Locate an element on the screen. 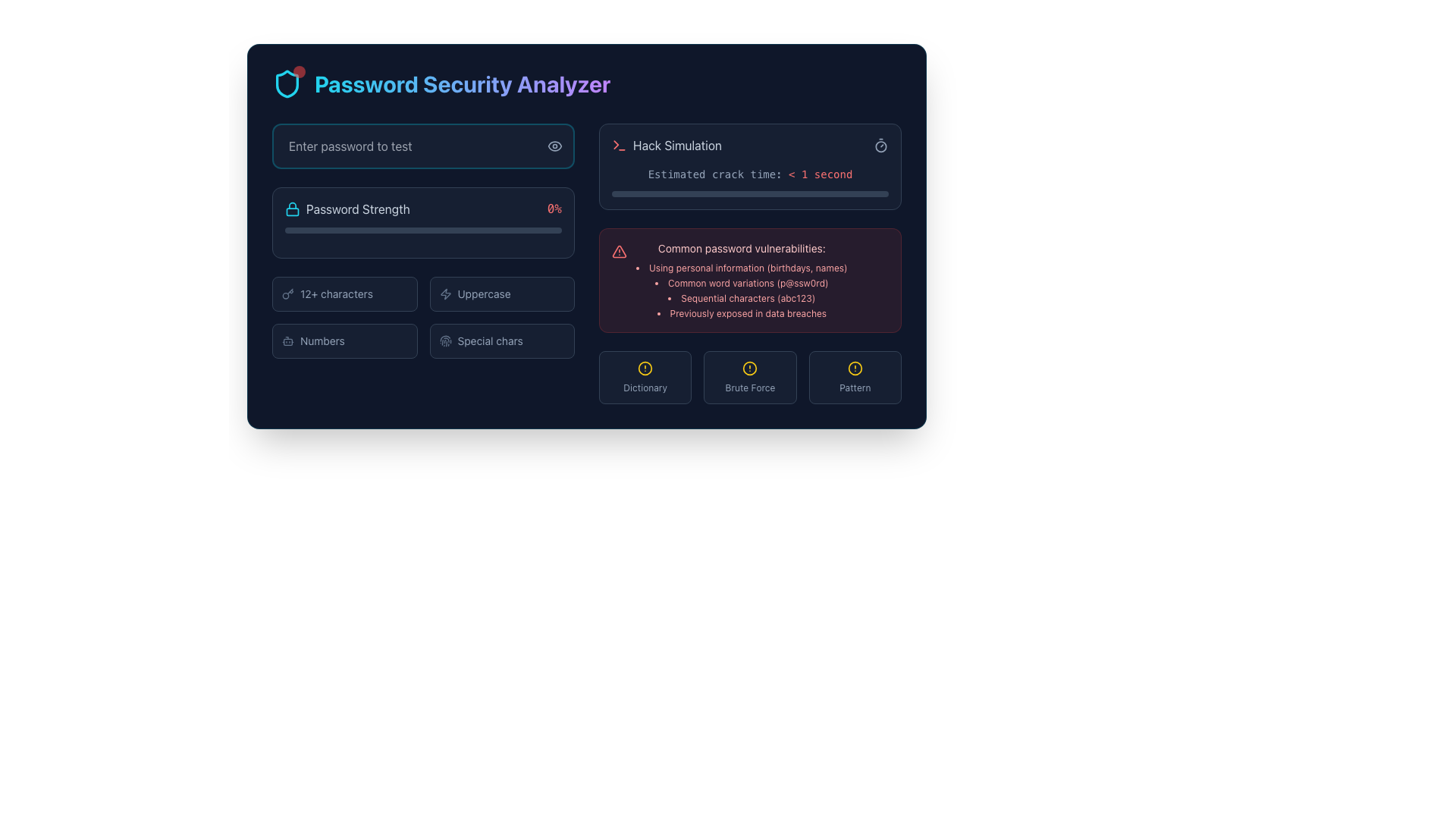 The width and height of the screenshot is (1456, 819). the minimalist terminal icon with a thin red stroke, located to the left of the 'Hack Simulation' text is located at coordinates (619, 146).